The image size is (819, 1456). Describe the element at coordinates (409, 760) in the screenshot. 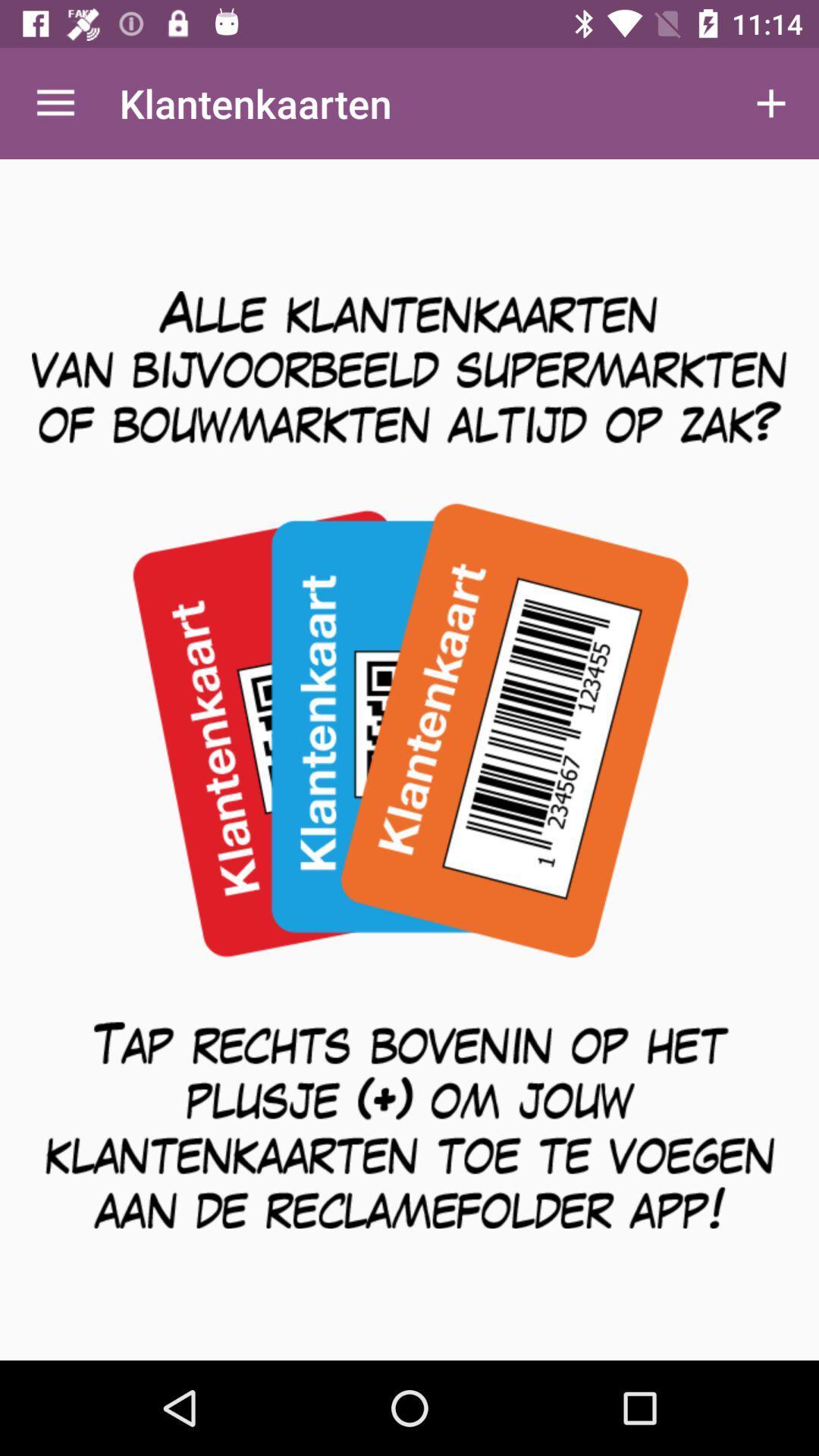

I see `item at the center` at that location.